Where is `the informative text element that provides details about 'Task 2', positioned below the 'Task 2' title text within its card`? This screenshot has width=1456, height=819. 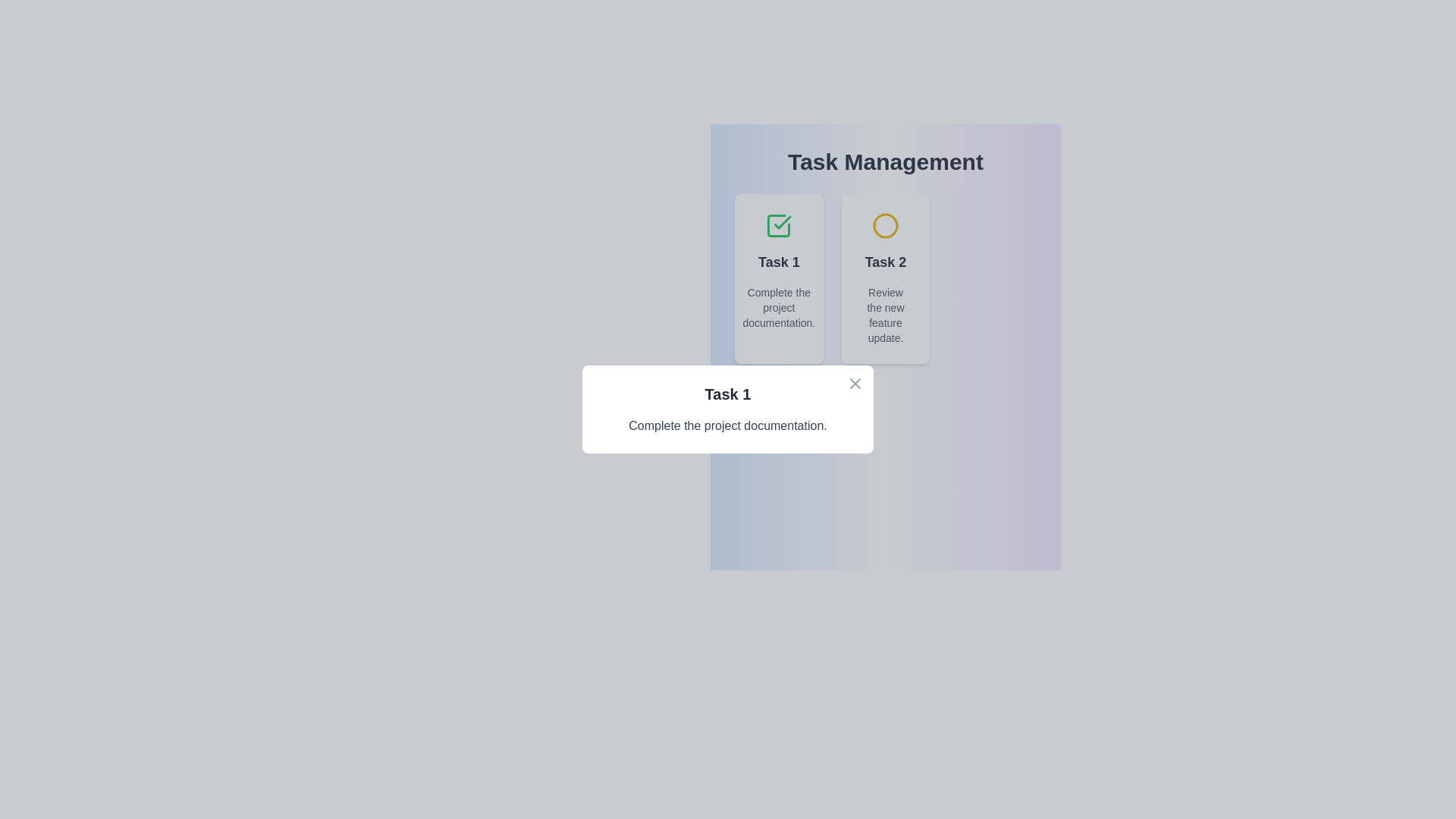 the informative text element that provides details about 'Task 2', positioned below the 'Task 2' title text within its card is located at coordinates (885, 315).